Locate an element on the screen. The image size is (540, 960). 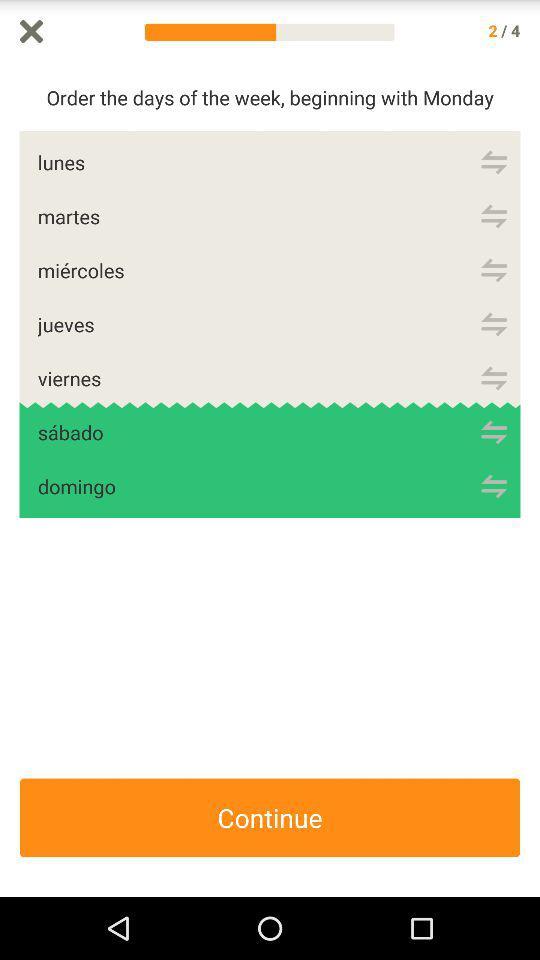
scroll through window is located at coordinates (530, 480).